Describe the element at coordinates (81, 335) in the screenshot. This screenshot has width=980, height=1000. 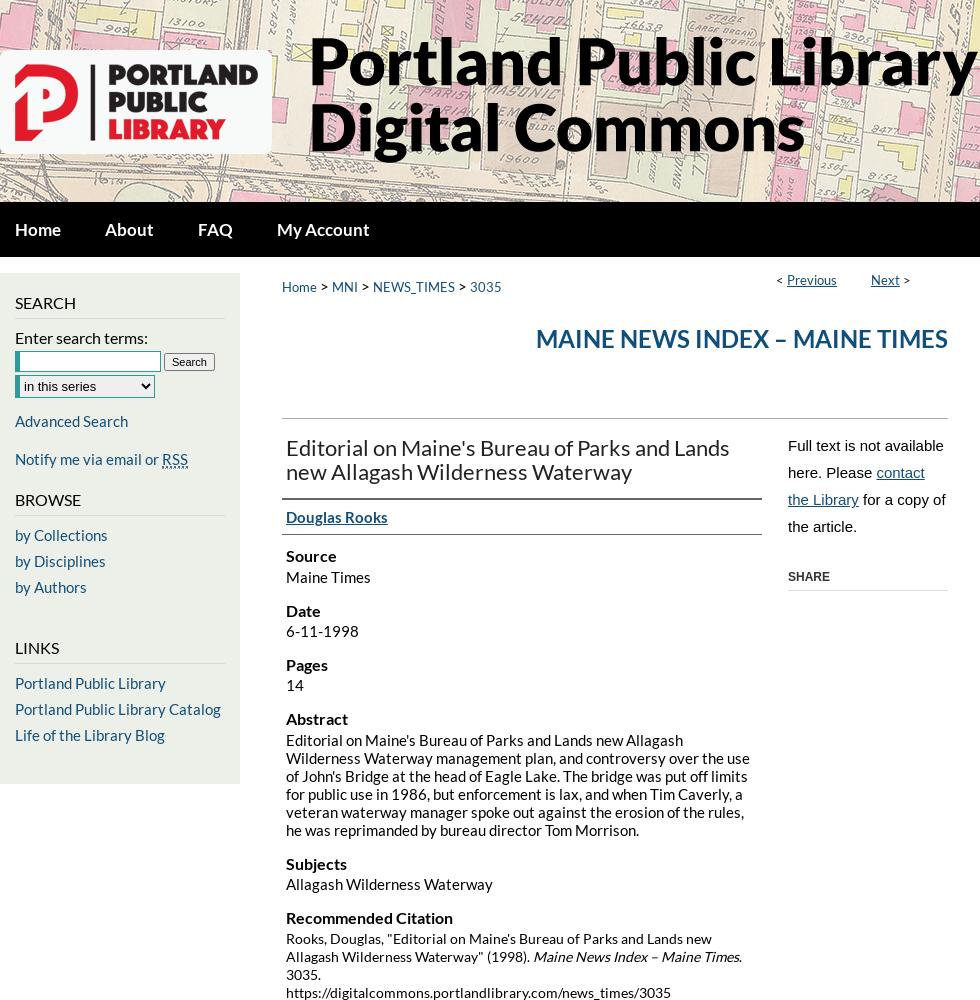
I see `'Enter search terms:'` at that location.